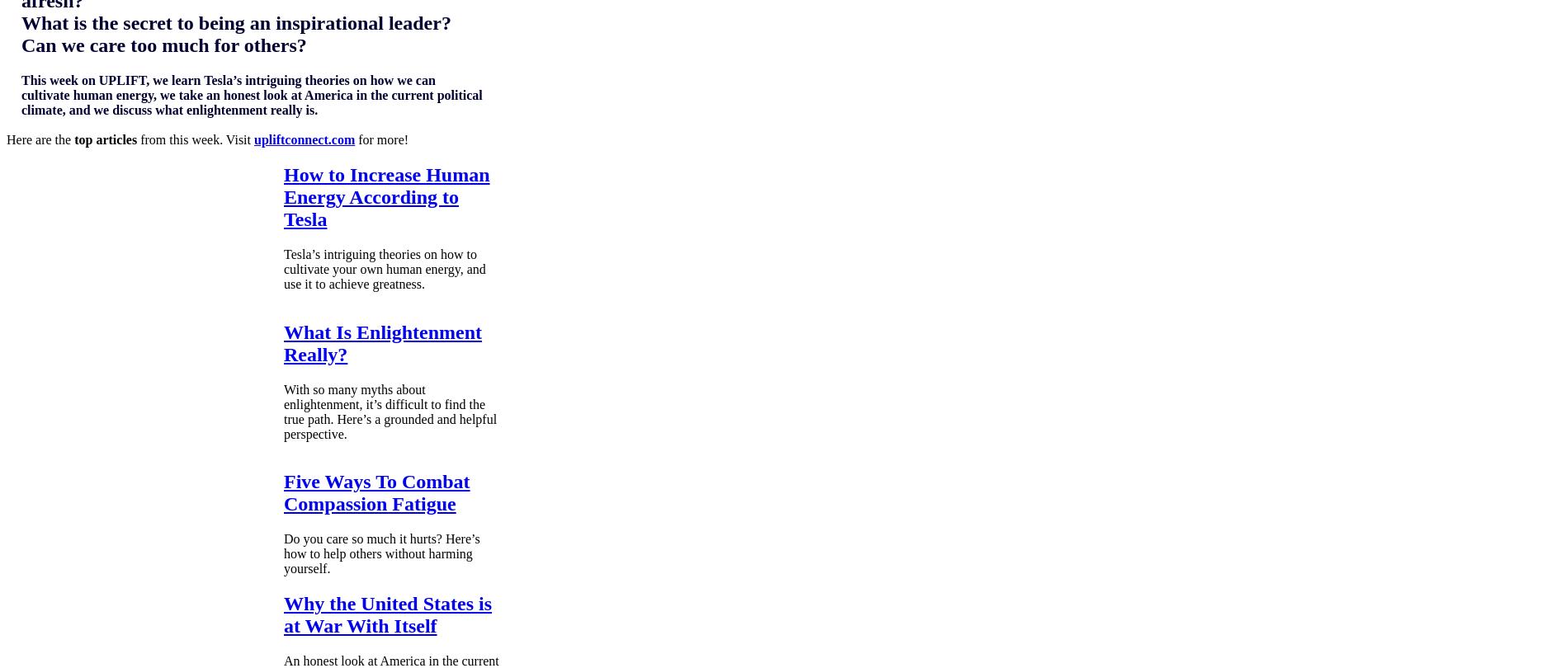 This screenshot has width=1568, height=668. I want to click on 'top articles', so click(106, 139).